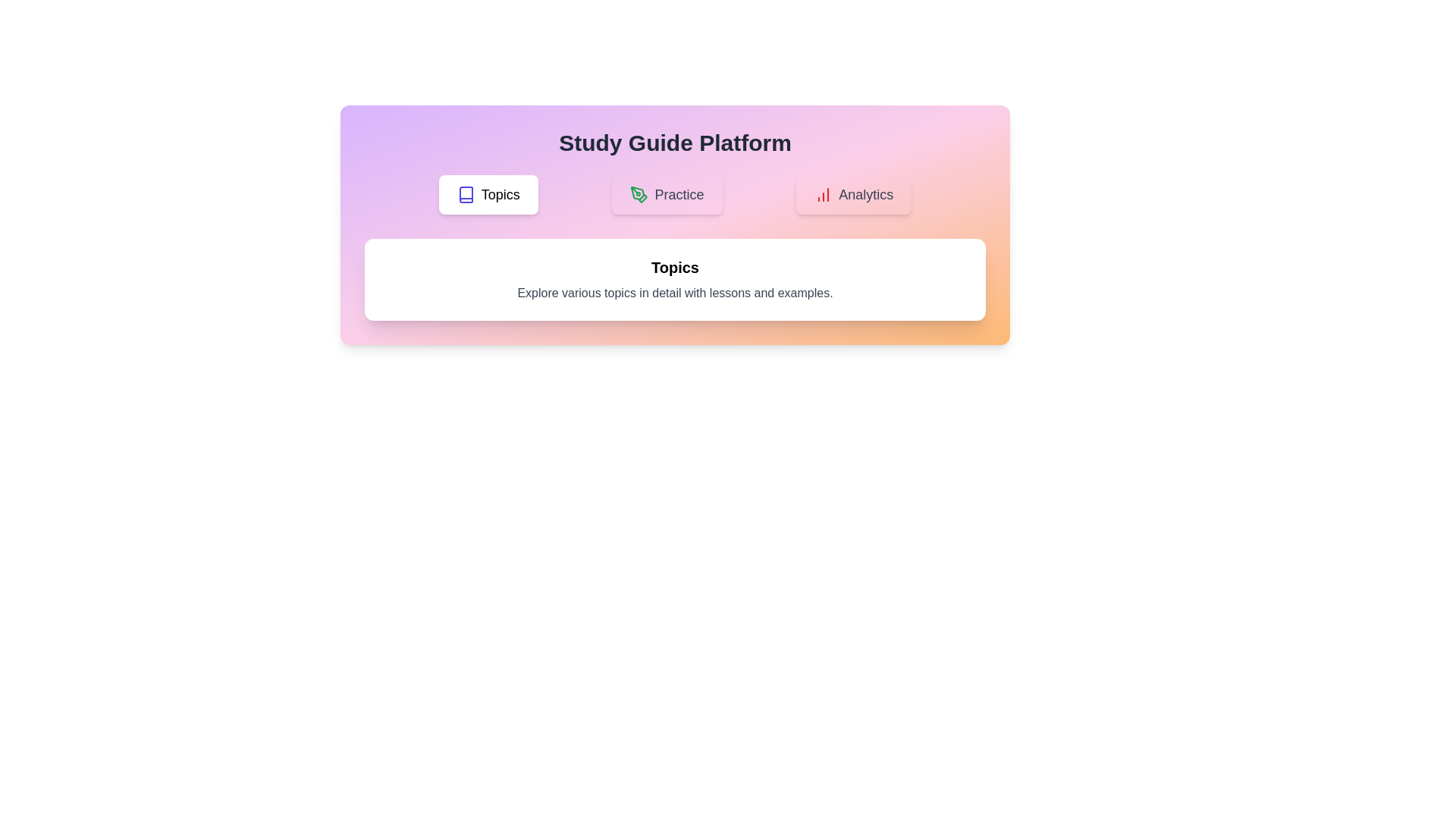 The height and width of the screenshot is (819, 1456). What do you see at coordinates (488, 194) in the screenshot?
I see `the Topics button to observe its hover effect` at bounding box center [488, 194].